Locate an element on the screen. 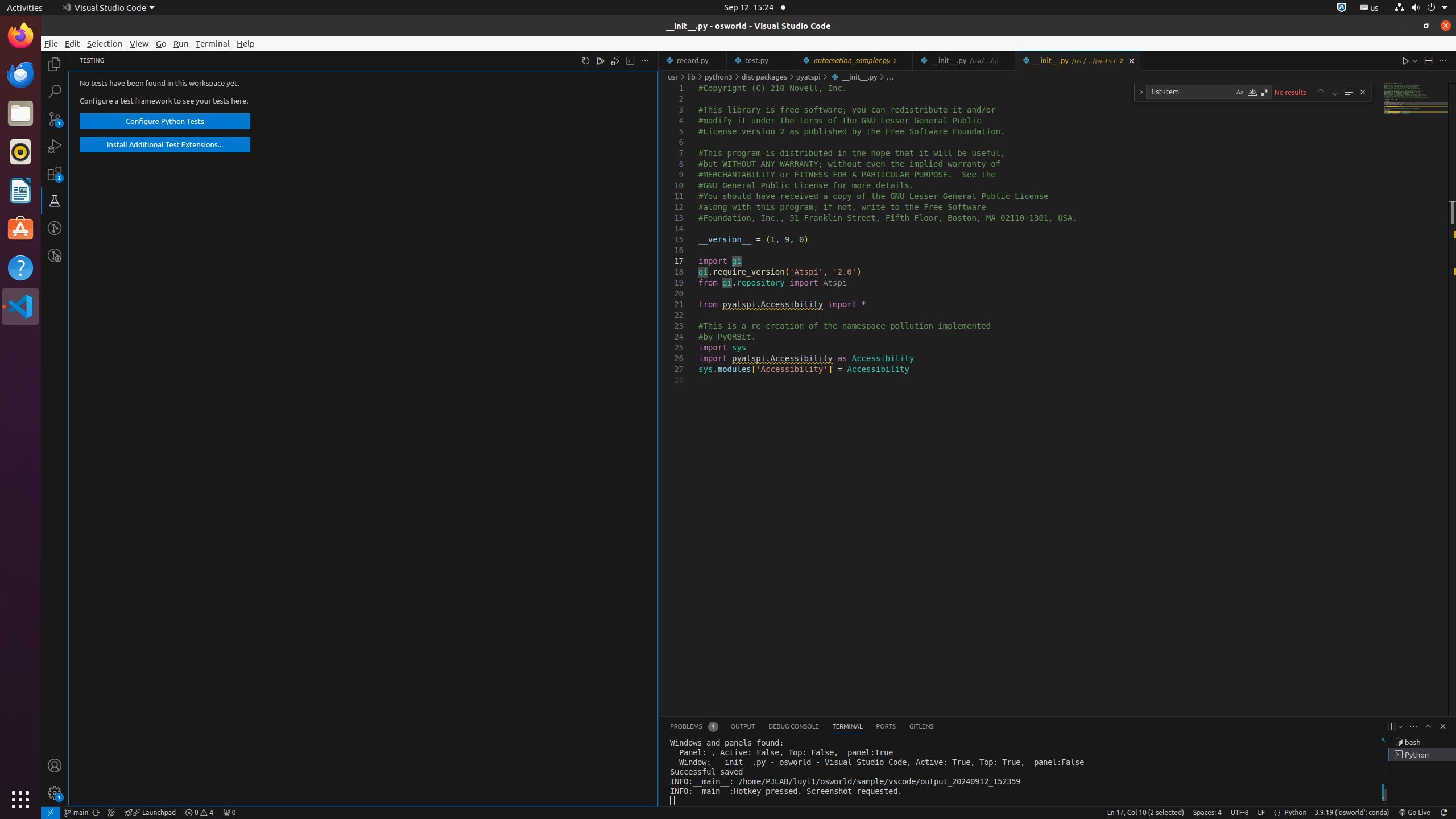 This screenshot has height=819, width=1456. 'GitLens' is located at coordinates (920, 726).